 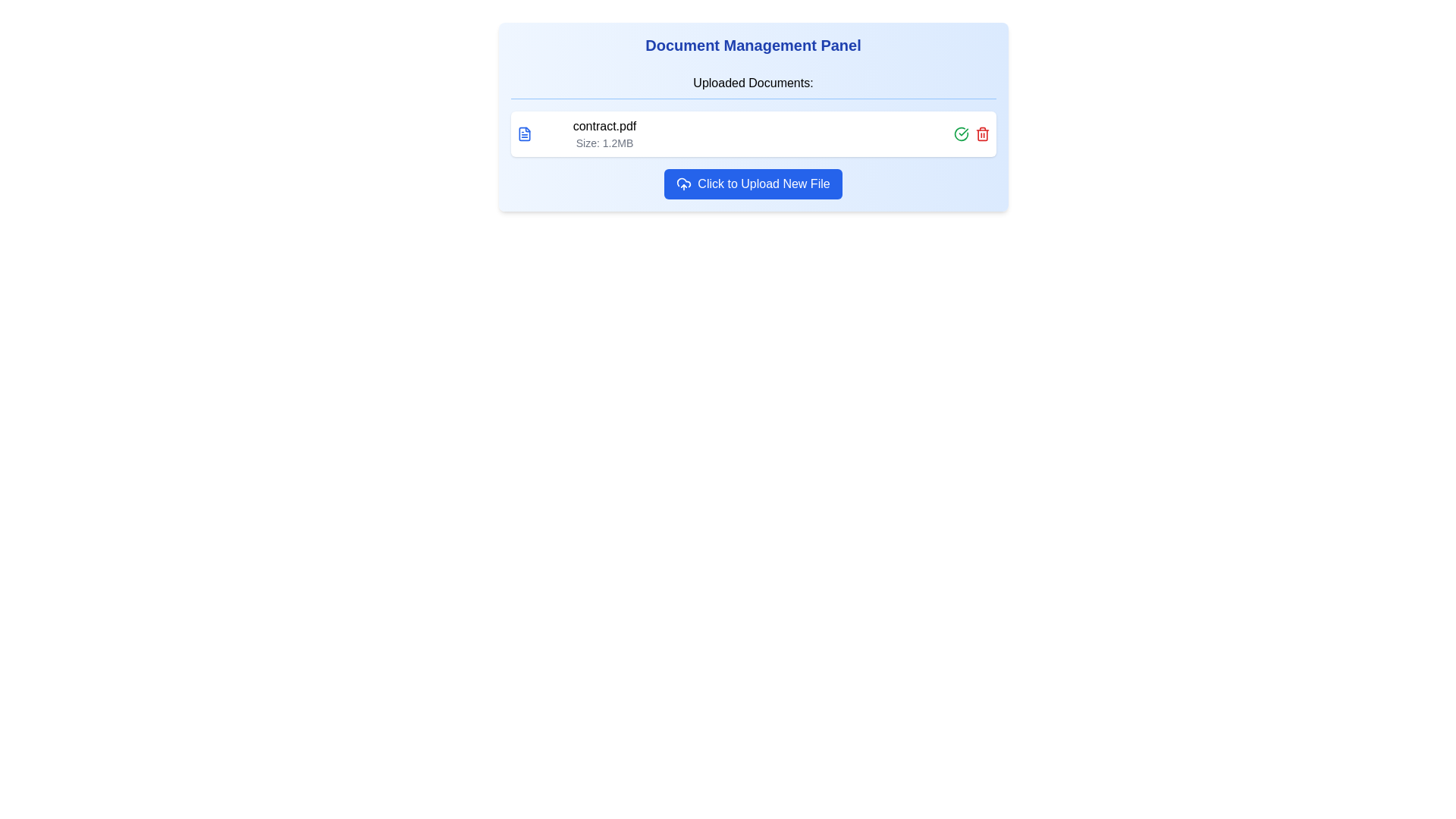 What do you see at coordinates (753, 45) in the screenshot?
I see `the static text label that serves as a heading for the document management card section, which is centrally aligned at the top of the card` at bounding box center [753, 45].